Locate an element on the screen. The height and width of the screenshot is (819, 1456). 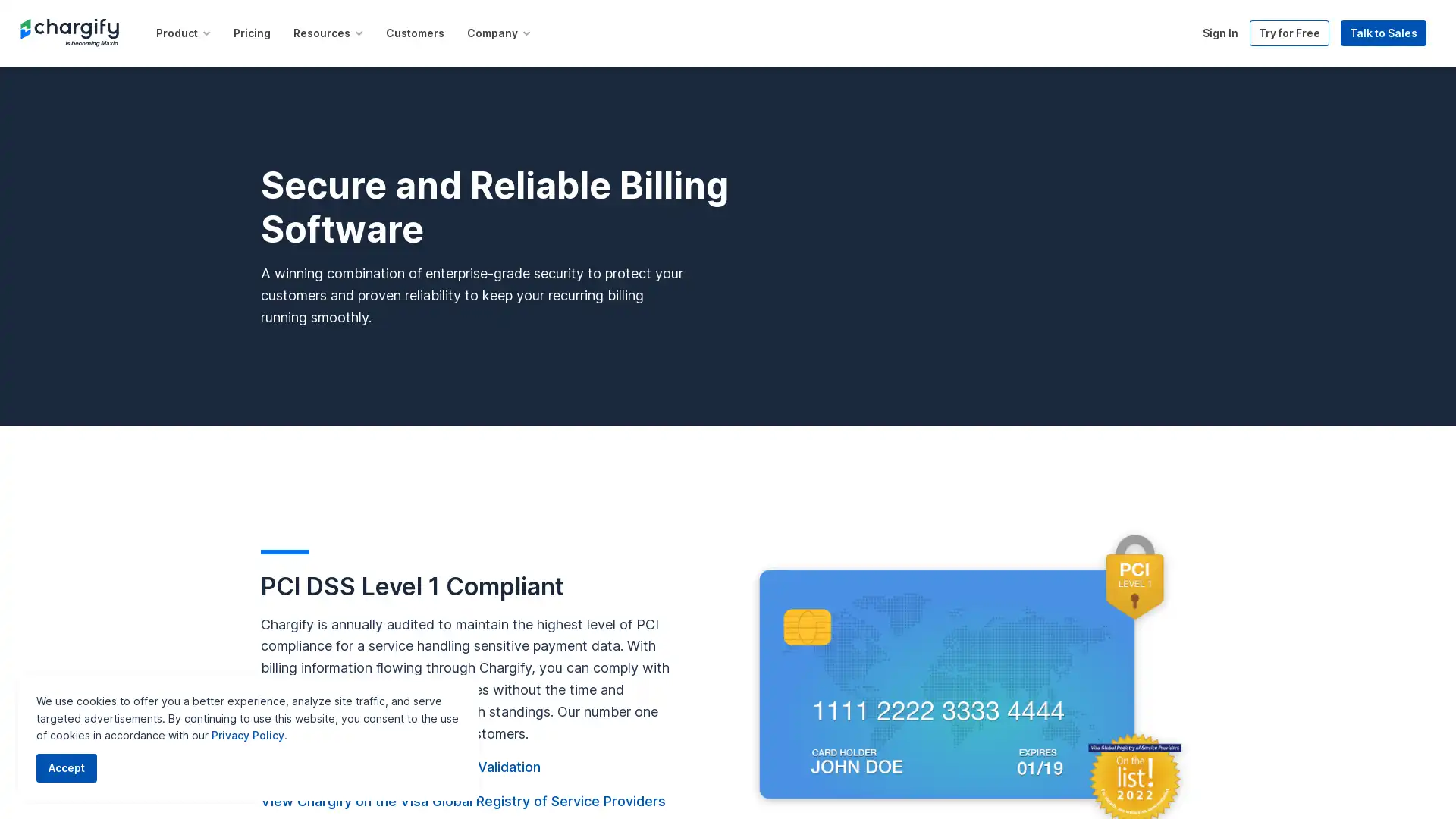
Chargify and SaaSOptics are becoming Maxio. is located at coordinates (675, 19).